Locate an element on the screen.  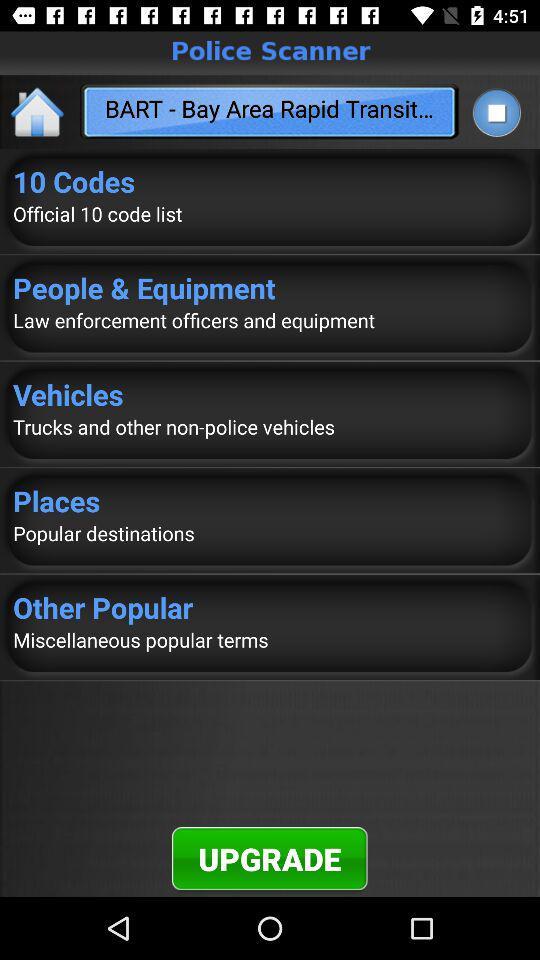
the icon above the 10 codes item is located at coordinates (38, 111).